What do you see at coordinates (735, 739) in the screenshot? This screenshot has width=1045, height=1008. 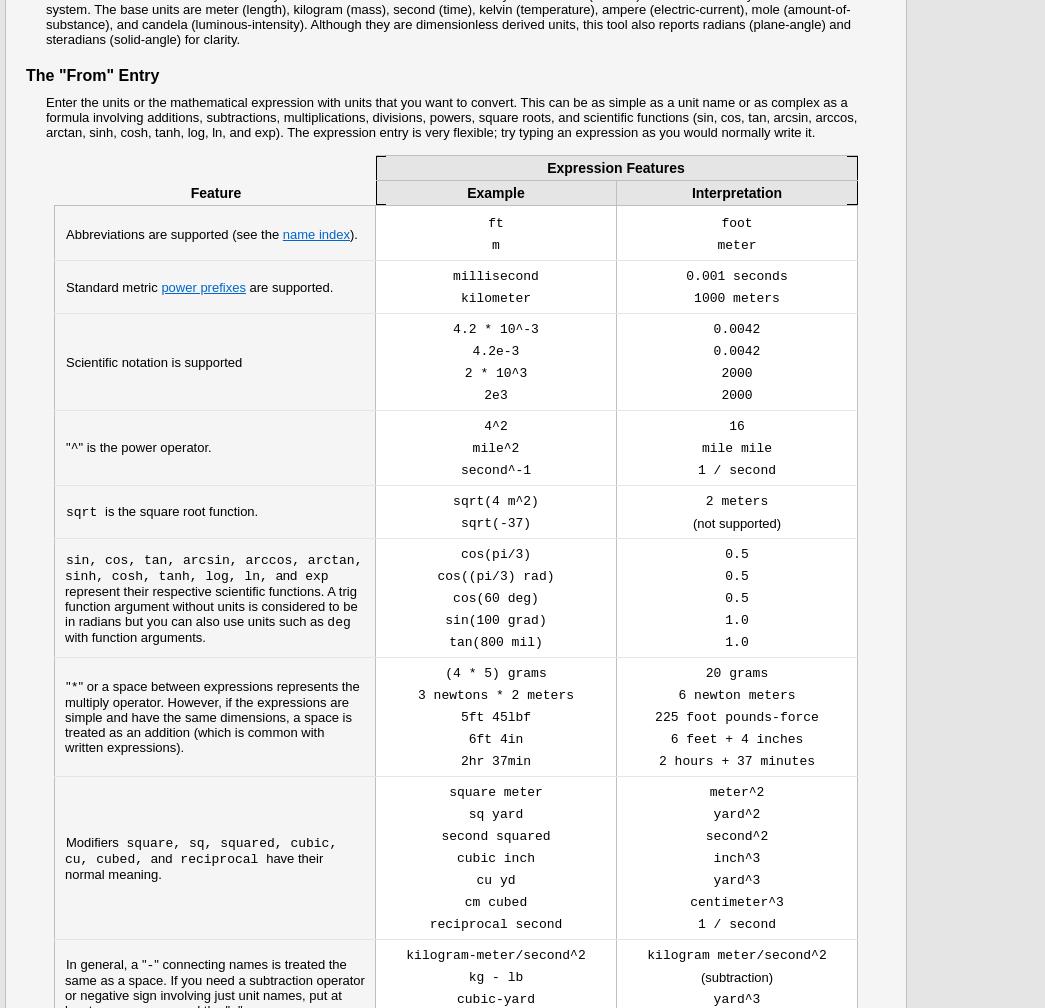 I see `'6 feet + 4 inches'` at bounding box center [735, 739].